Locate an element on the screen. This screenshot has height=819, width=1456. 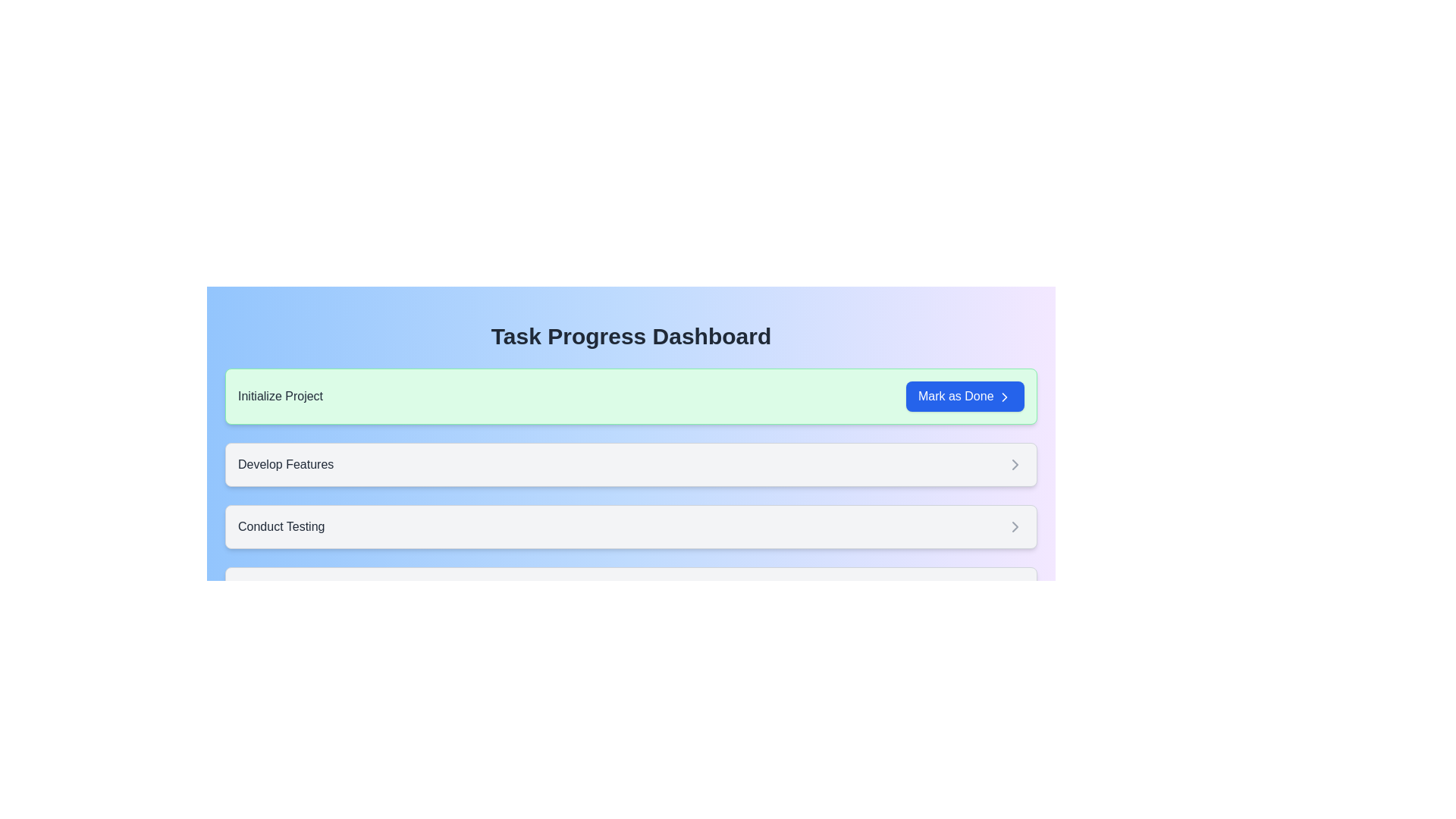
the 'Develop Features' text label in the task-oriented dashboard, which is positioned below 'Initialize Project' and above 'Conduct Testing' is located at coordinates (286, 464).